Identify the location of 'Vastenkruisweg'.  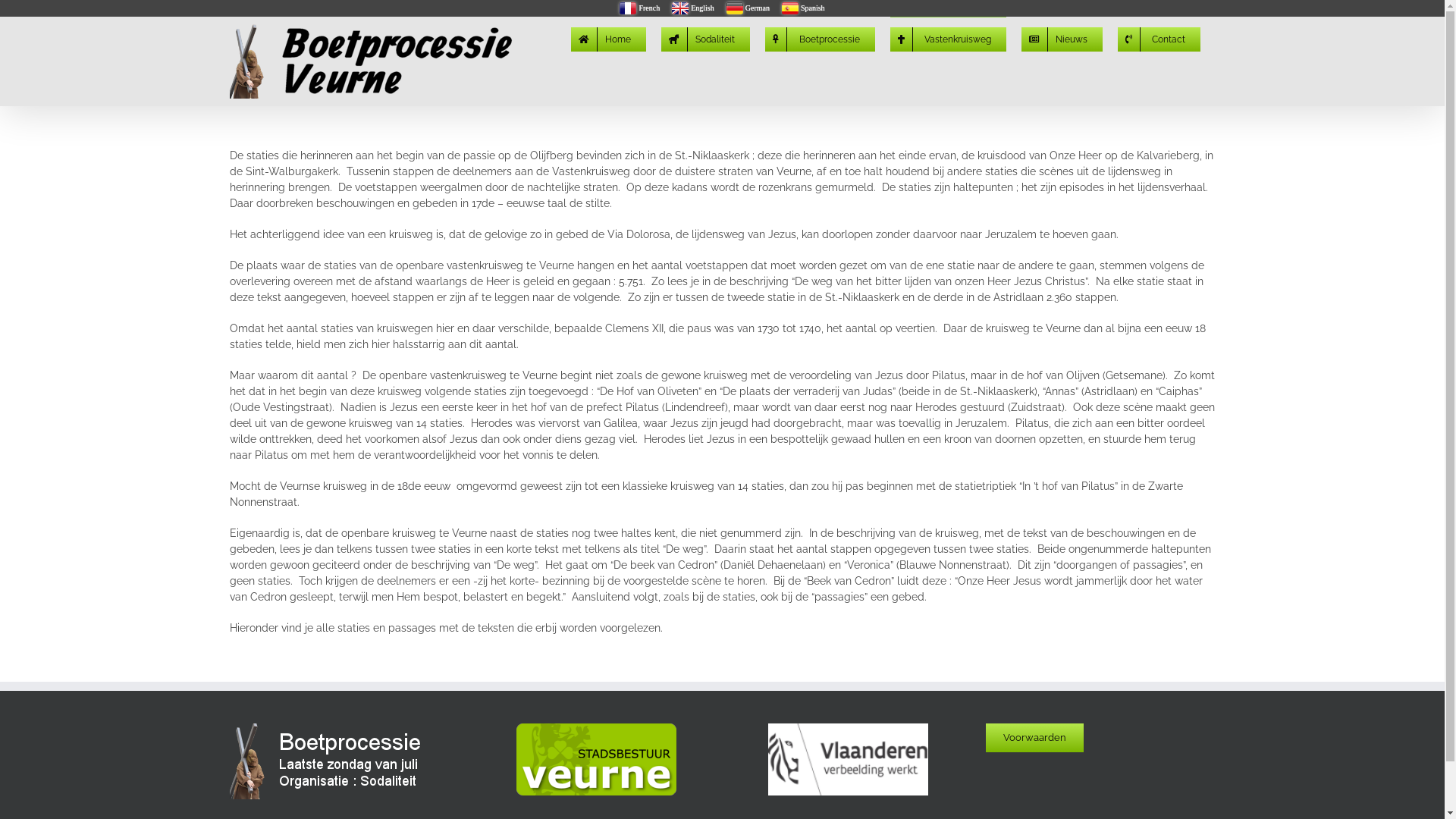
(890, 37).